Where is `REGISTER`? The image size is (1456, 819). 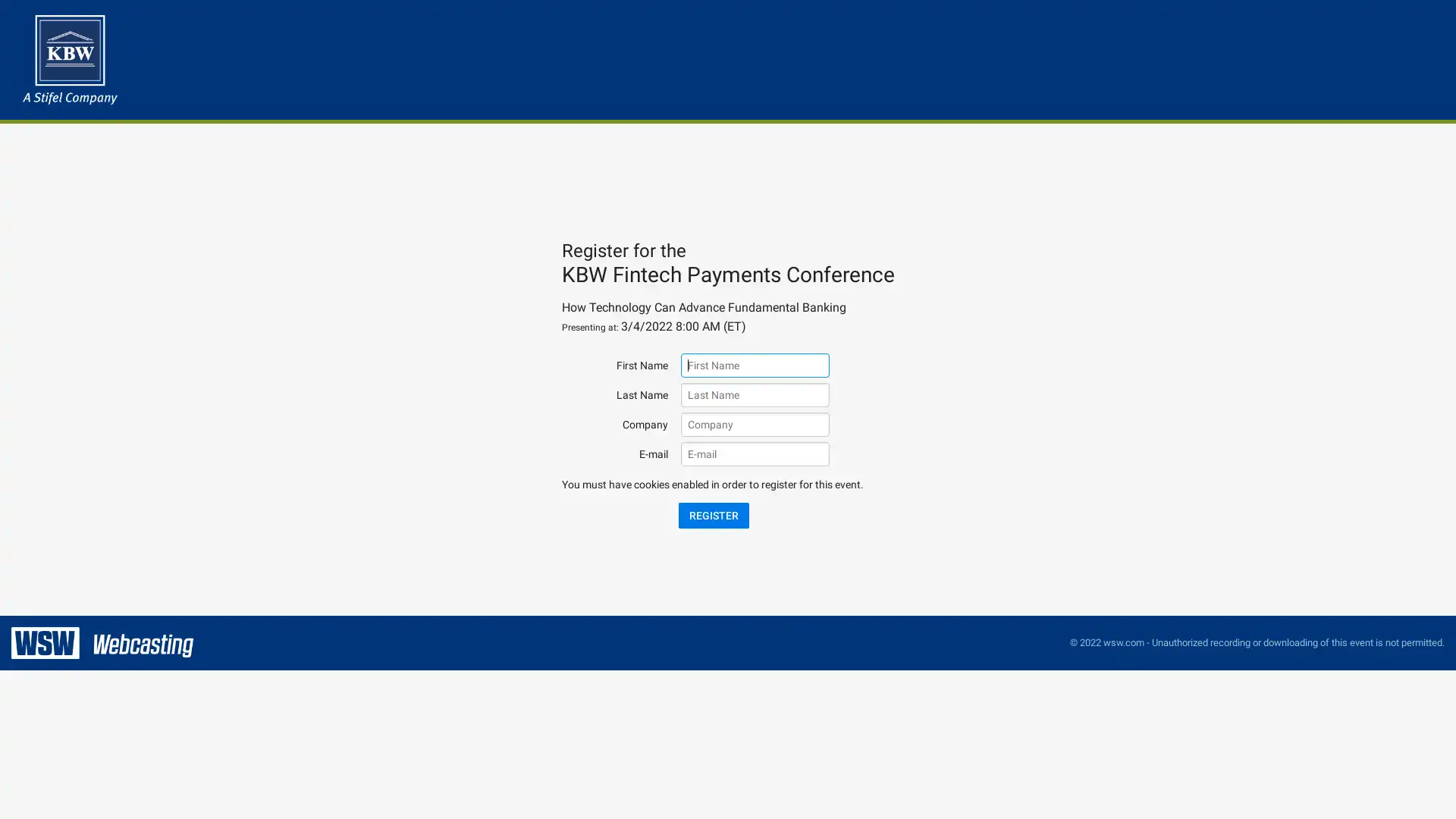 REGISTER is located at coordinates (712, 513).